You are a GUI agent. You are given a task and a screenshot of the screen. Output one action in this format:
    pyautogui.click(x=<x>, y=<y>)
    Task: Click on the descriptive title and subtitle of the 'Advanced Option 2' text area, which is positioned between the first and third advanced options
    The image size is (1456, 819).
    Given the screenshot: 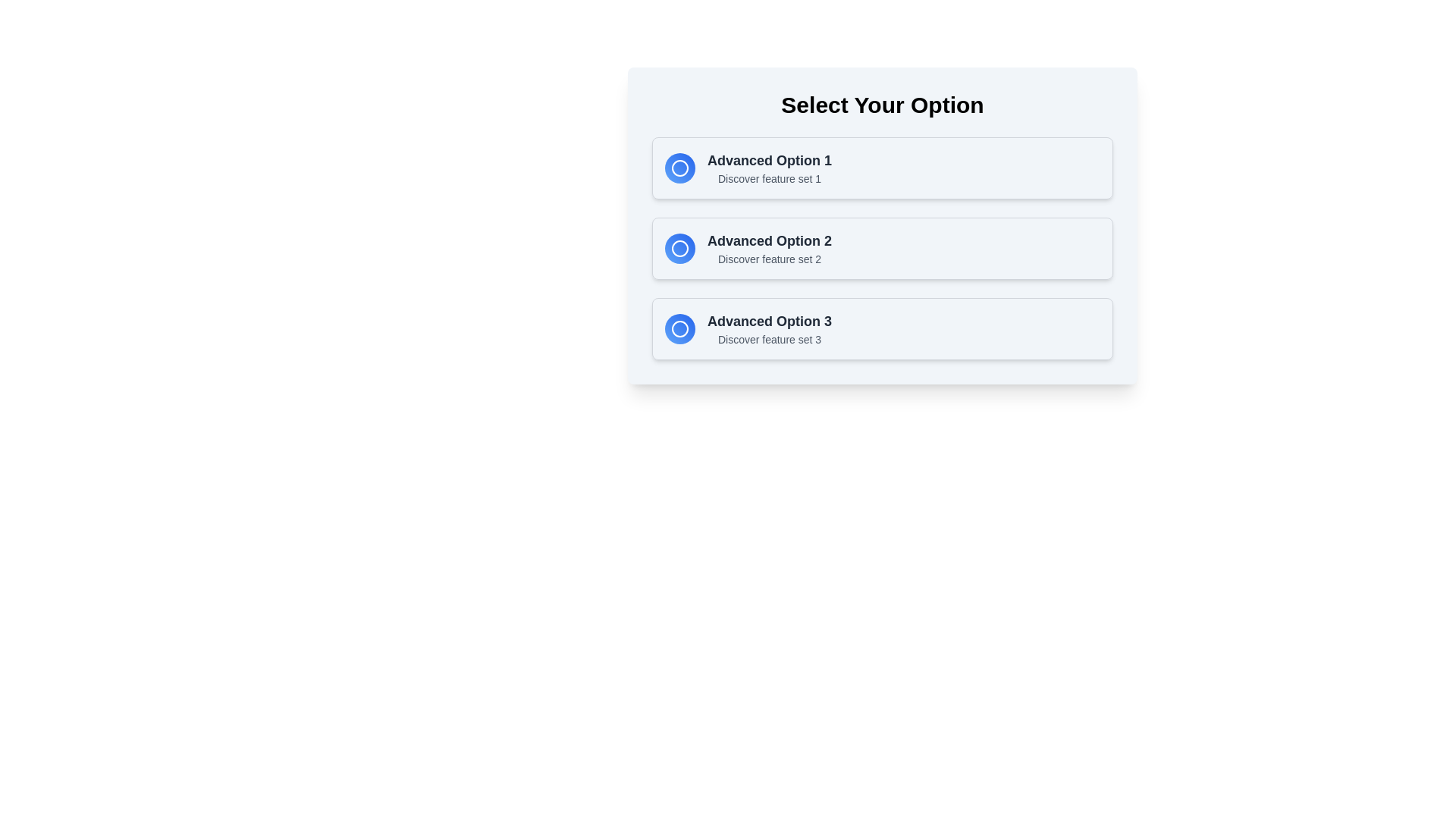 What is the action you would take?
    pyautogui.click(x=770, y=247)
    